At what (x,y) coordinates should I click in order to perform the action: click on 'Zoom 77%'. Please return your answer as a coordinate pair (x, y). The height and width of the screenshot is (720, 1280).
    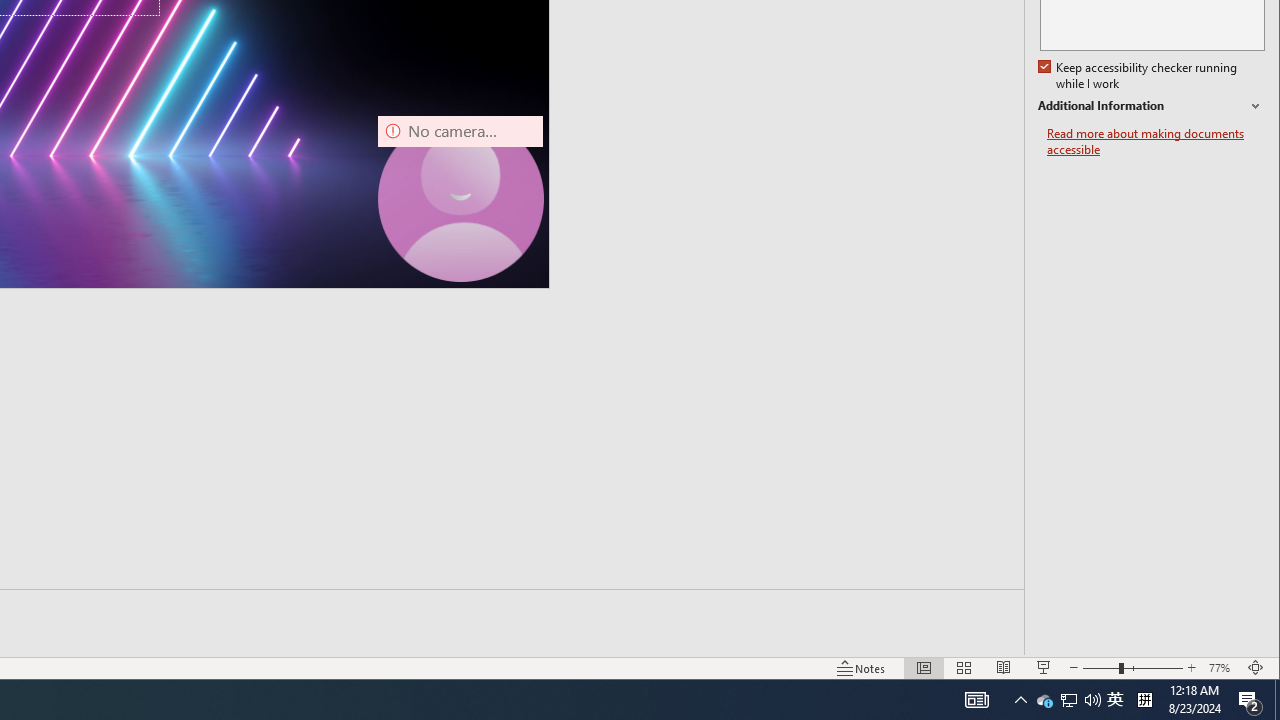
    Looking at the image, I should click on (1221, 668).